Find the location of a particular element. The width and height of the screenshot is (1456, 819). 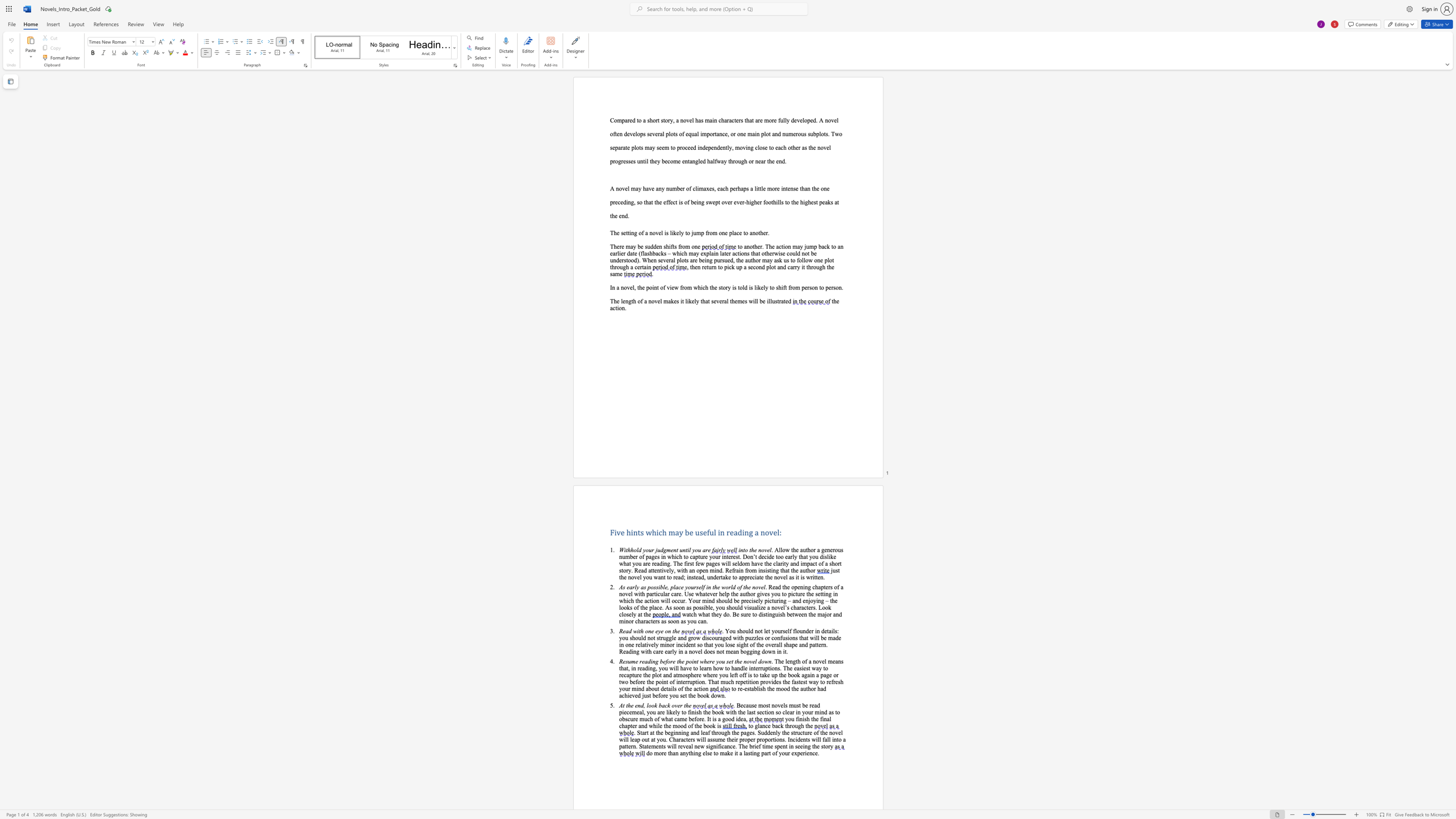

the subset text "pe and pattern. Reading with care early in a novel does not mean bogging down" within the text "incident so that you lose sight of the overall shape and pattern. Reading with care early in a novel does not mean bogging down in it." is located at coordinates (791, 644).